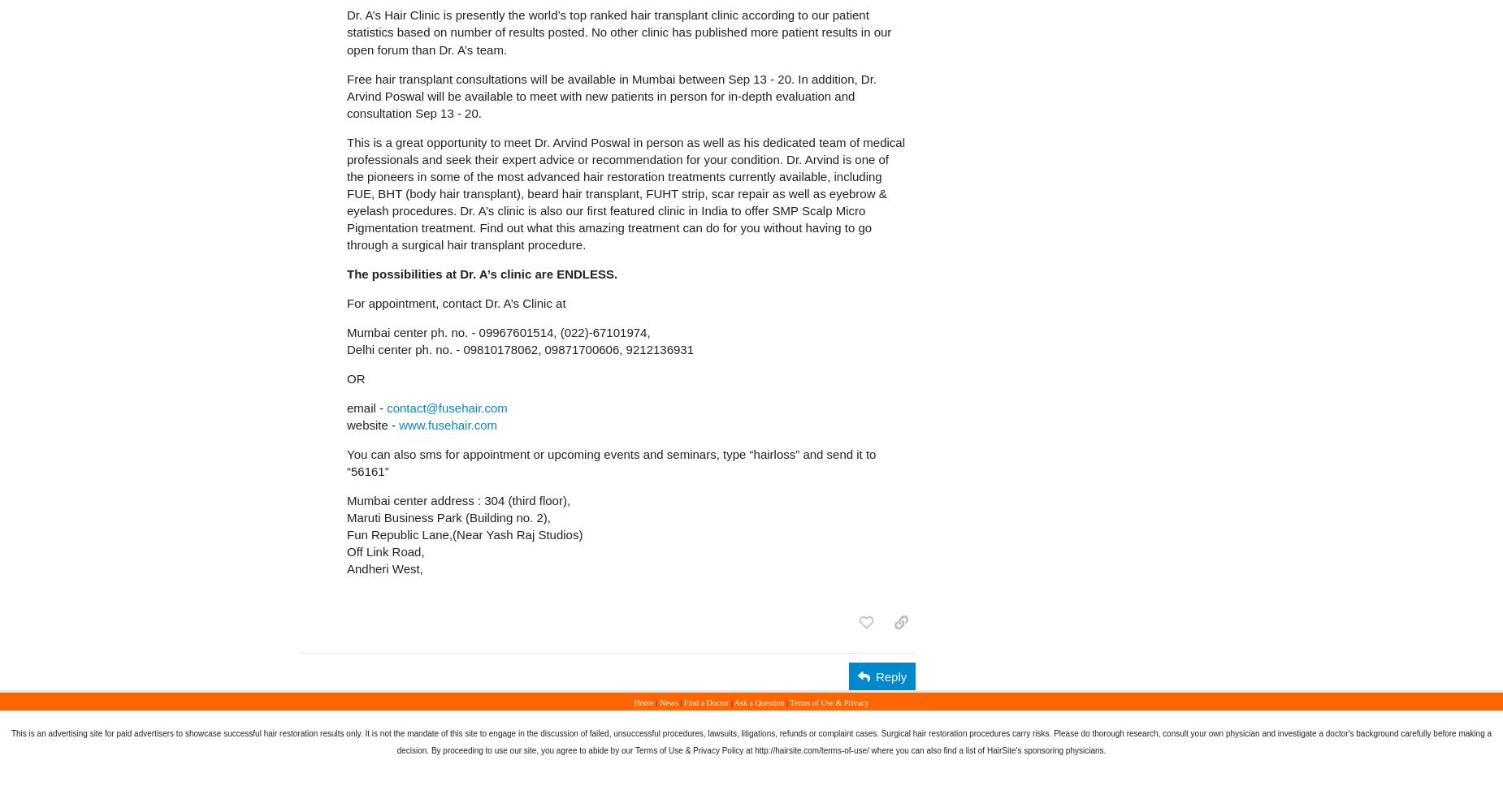 This screenshot has height=812, width=1503. Describe the element at coordinates (520, 348) in the screenshot. I see `'Delhi center ph. no. - 09810178062, 09871700606, 9212136931'` at that location.